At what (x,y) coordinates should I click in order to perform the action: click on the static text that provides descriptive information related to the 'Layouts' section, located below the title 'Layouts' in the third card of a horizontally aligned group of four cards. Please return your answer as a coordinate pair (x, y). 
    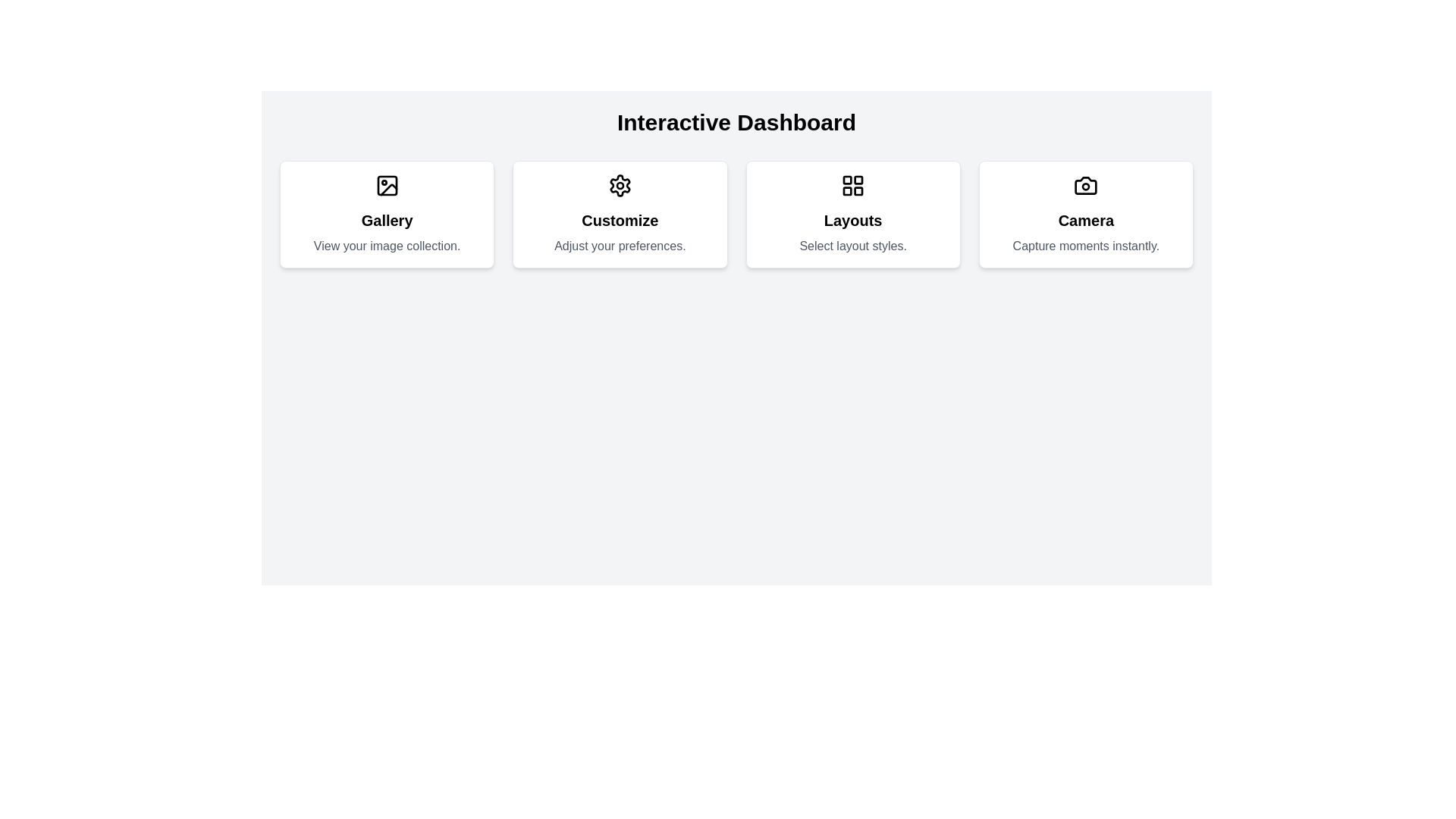
    Looking at the image, I should click on (853, 245).